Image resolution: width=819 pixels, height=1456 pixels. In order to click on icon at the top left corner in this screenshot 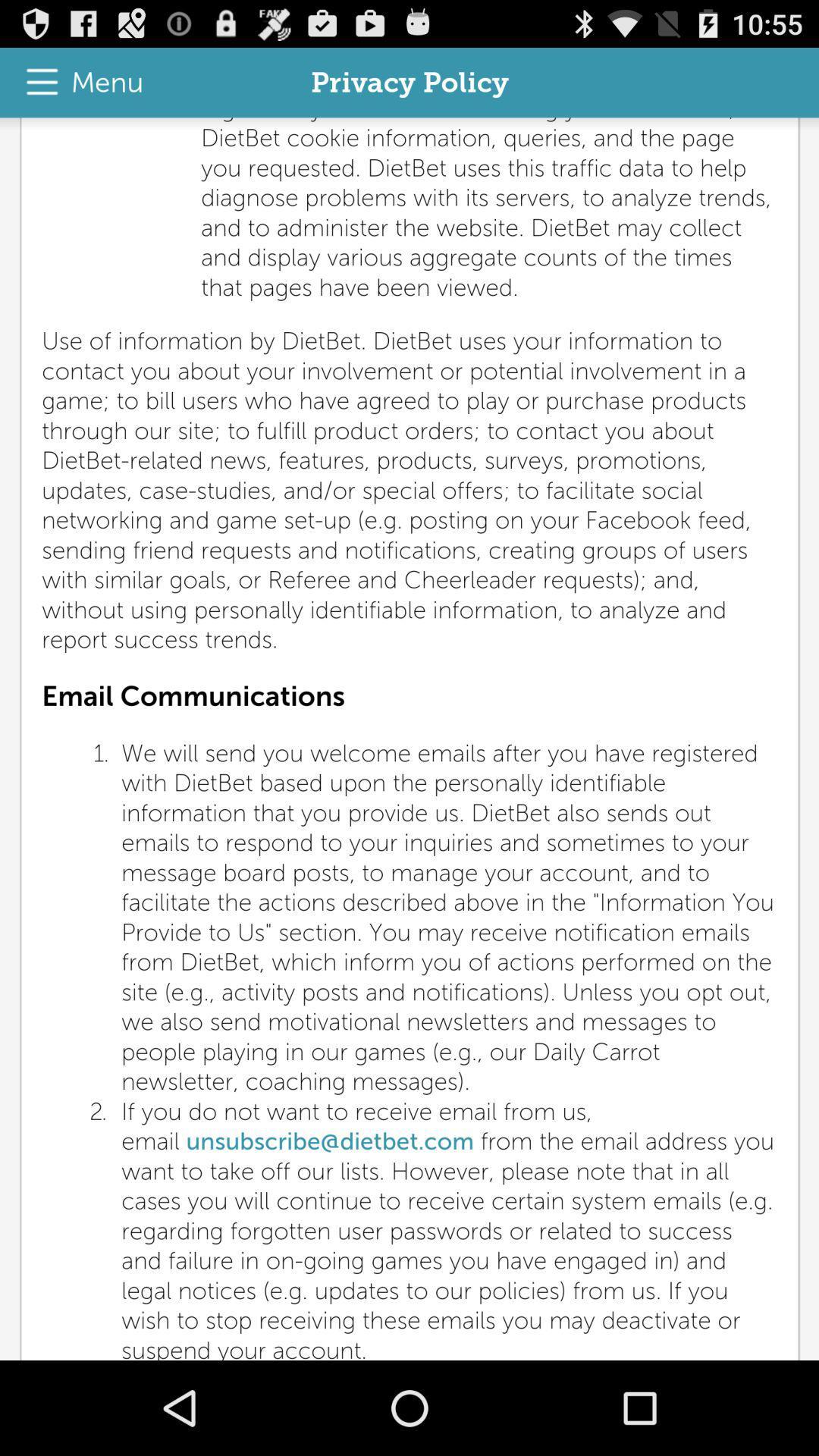, I will do `click(77, 82)`.